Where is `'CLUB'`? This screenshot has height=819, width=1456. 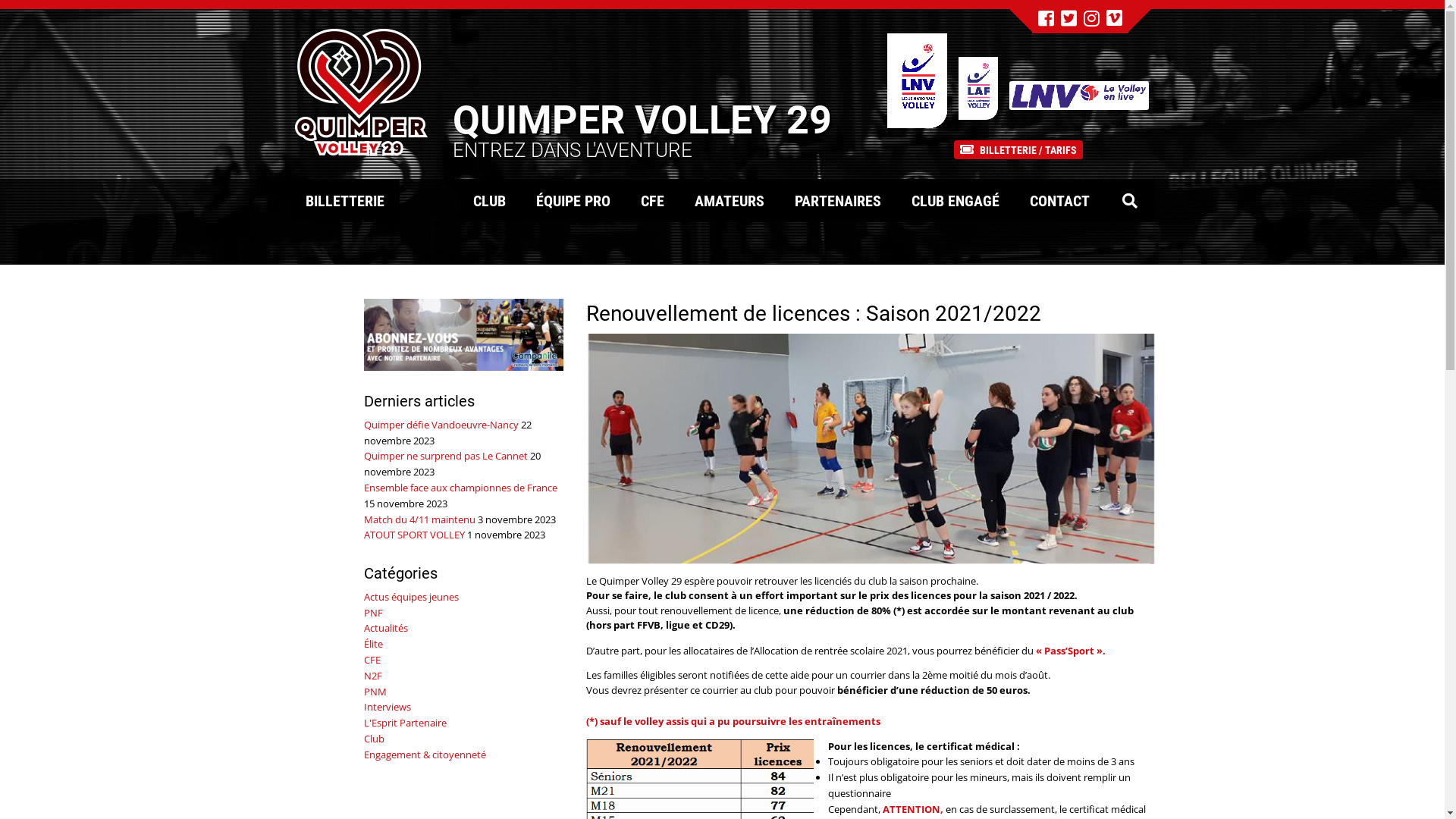 'CLUB' is located at coordinates (489, 199).